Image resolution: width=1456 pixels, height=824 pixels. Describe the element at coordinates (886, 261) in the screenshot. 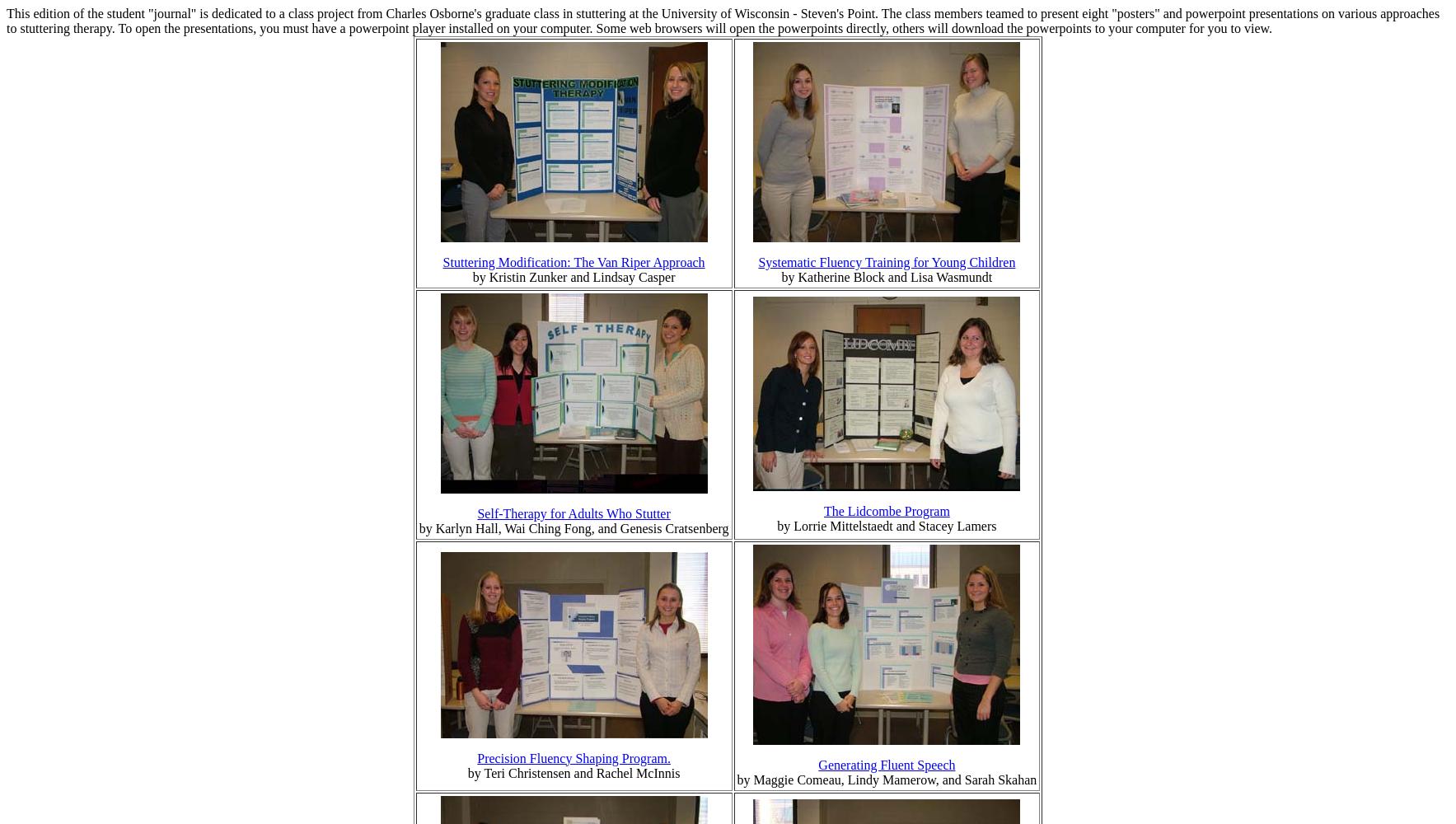

I see `'Systematic Fluency Training for Young Children'` at that location.